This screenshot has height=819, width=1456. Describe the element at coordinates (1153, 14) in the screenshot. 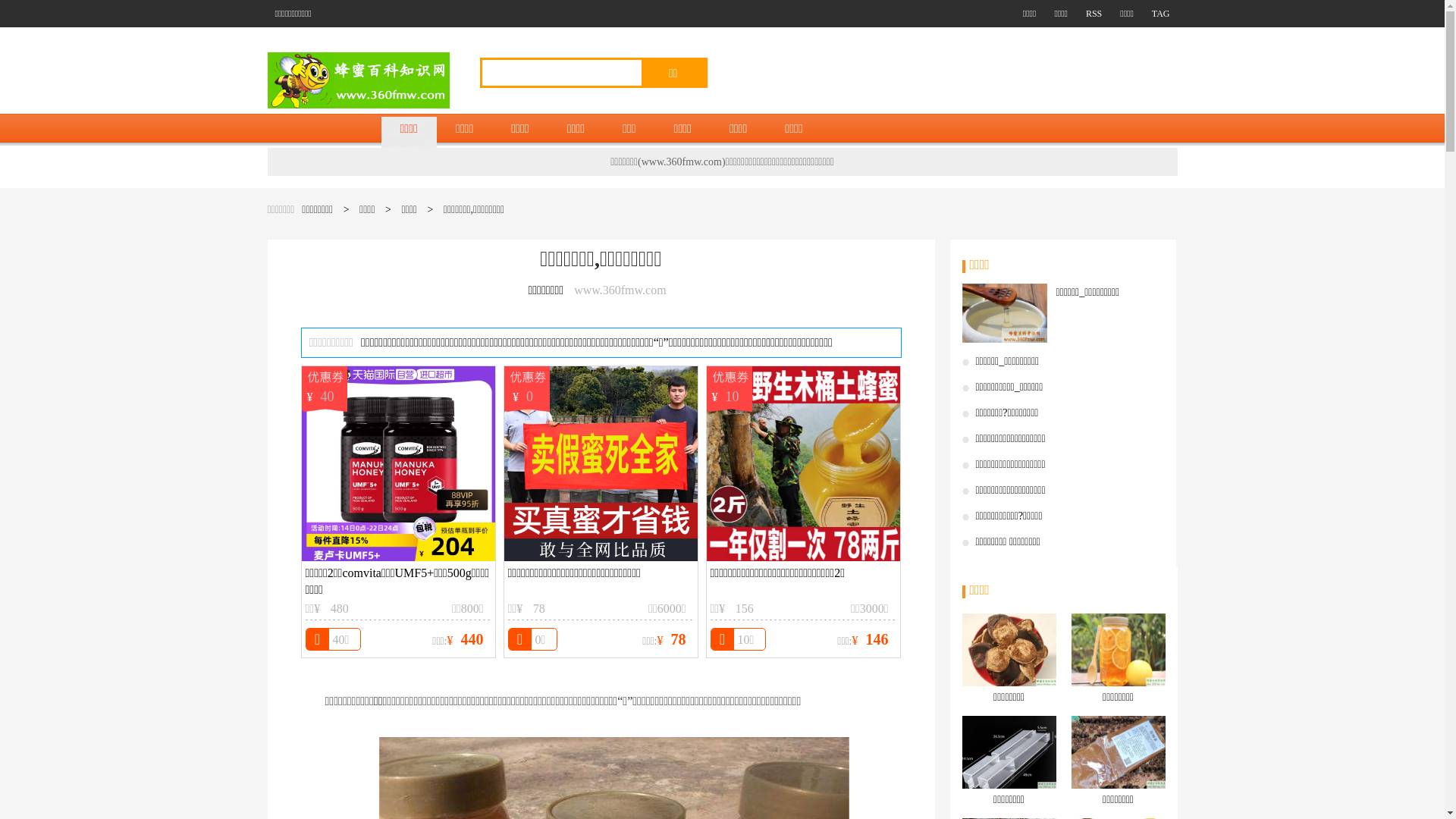

I see `'TAG'` at that location.